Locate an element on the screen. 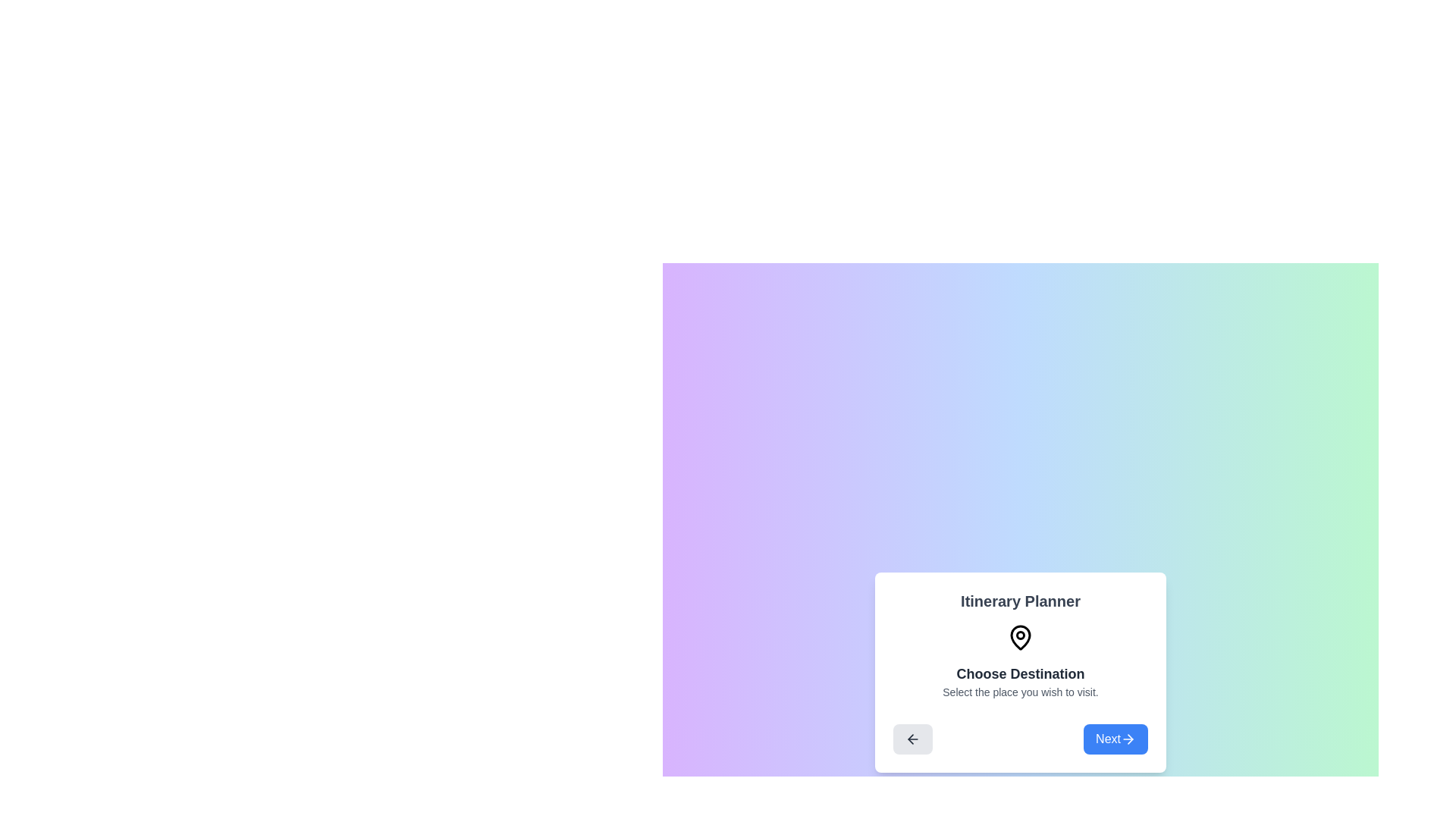 The width and height of the screenshot is (1456, 819). the left-pointing arrow icon, which is styled with a hollow outline design and is located within a rectangular button at the bottom left corner of the 'Itinerary Planner' card interface is located at coordinates (912, 739).